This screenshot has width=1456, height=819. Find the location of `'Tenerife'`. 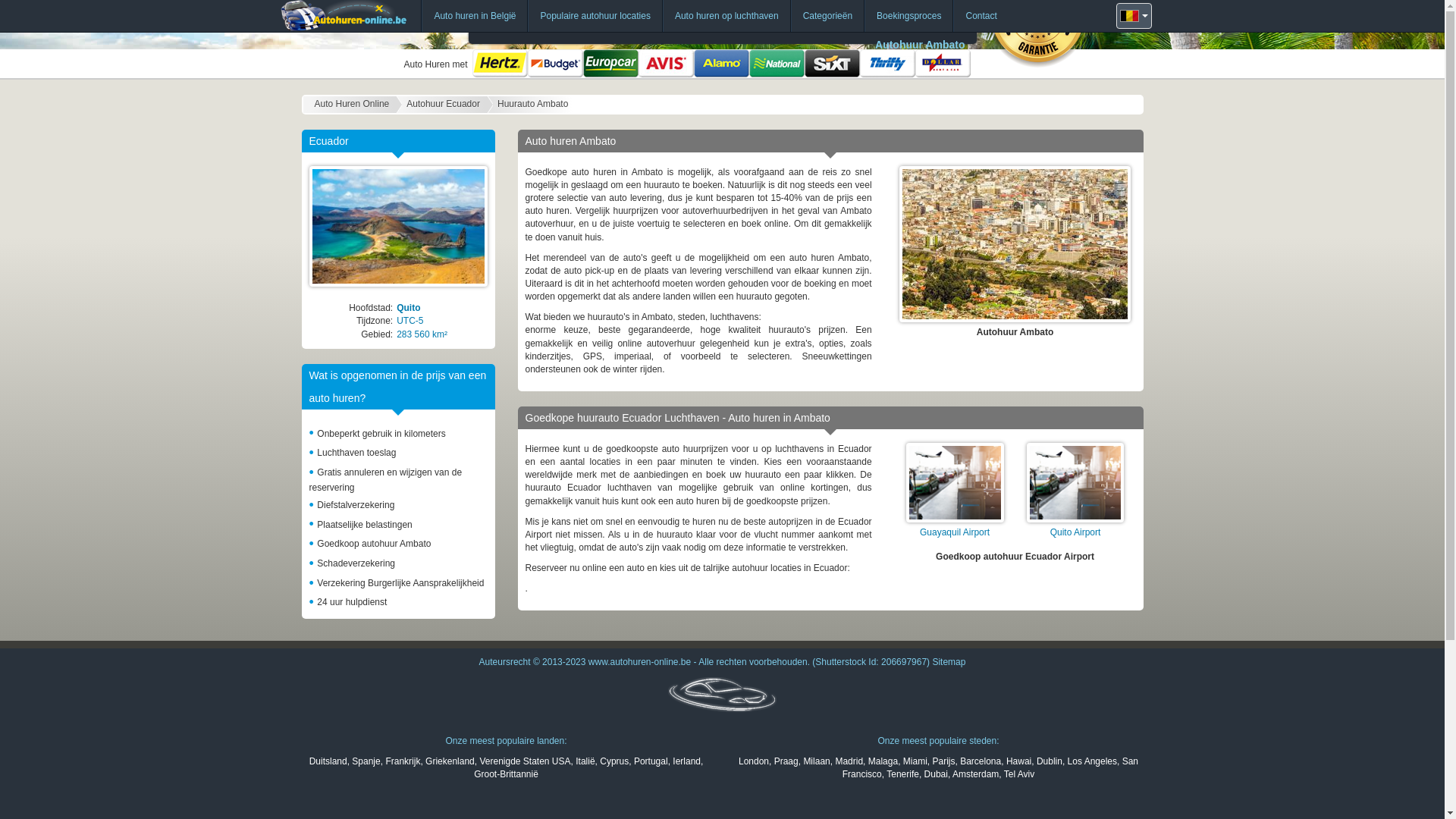

'Tenerife' is located at coordinates (902, 774).